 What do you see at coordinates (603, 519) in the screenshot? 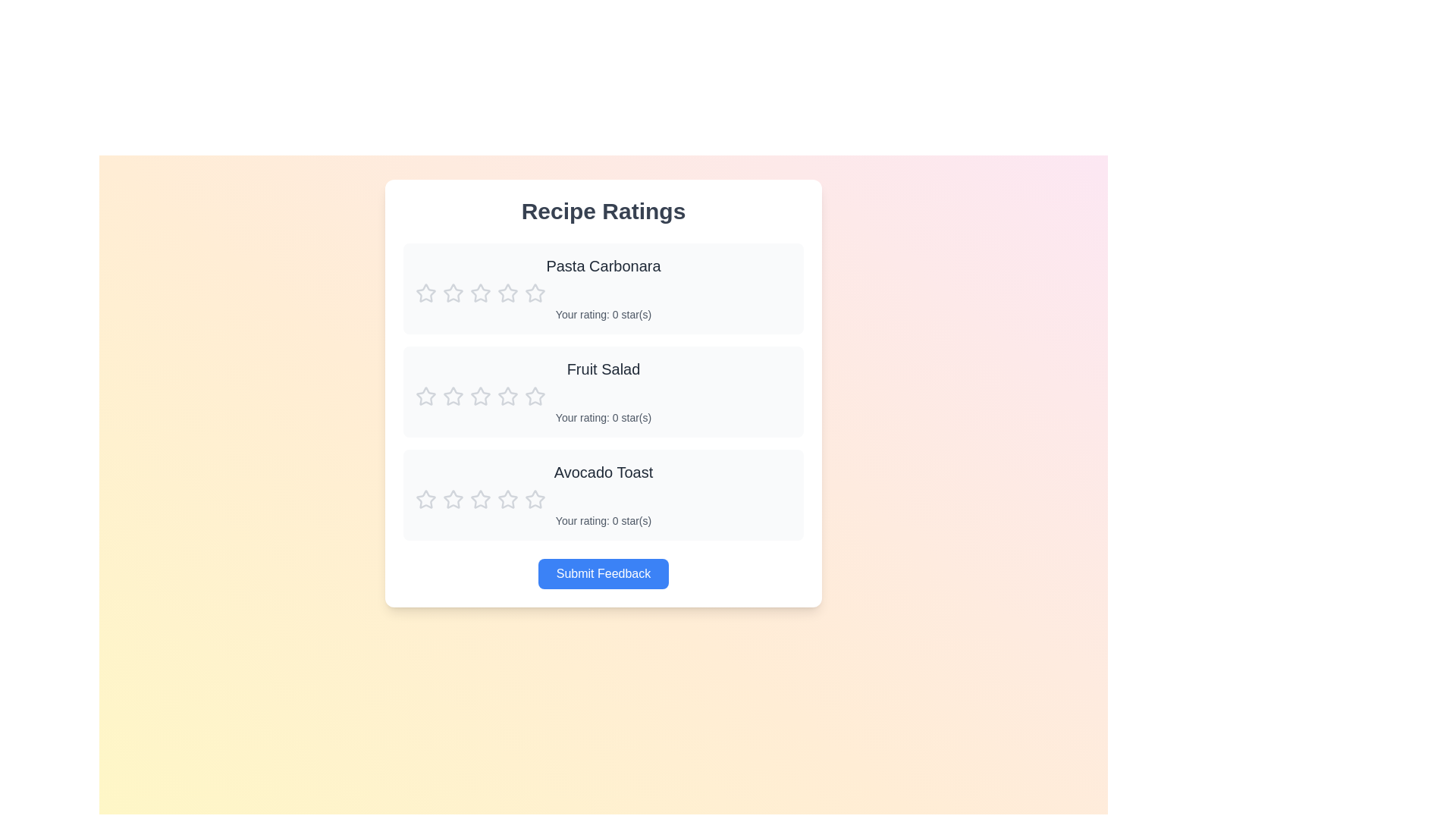
I see `the static text label displaying 'Your rating: 0 star(s)' located beneath the star rating elements in the 'Avocado Toast' card` at bounding box center [603, 519].